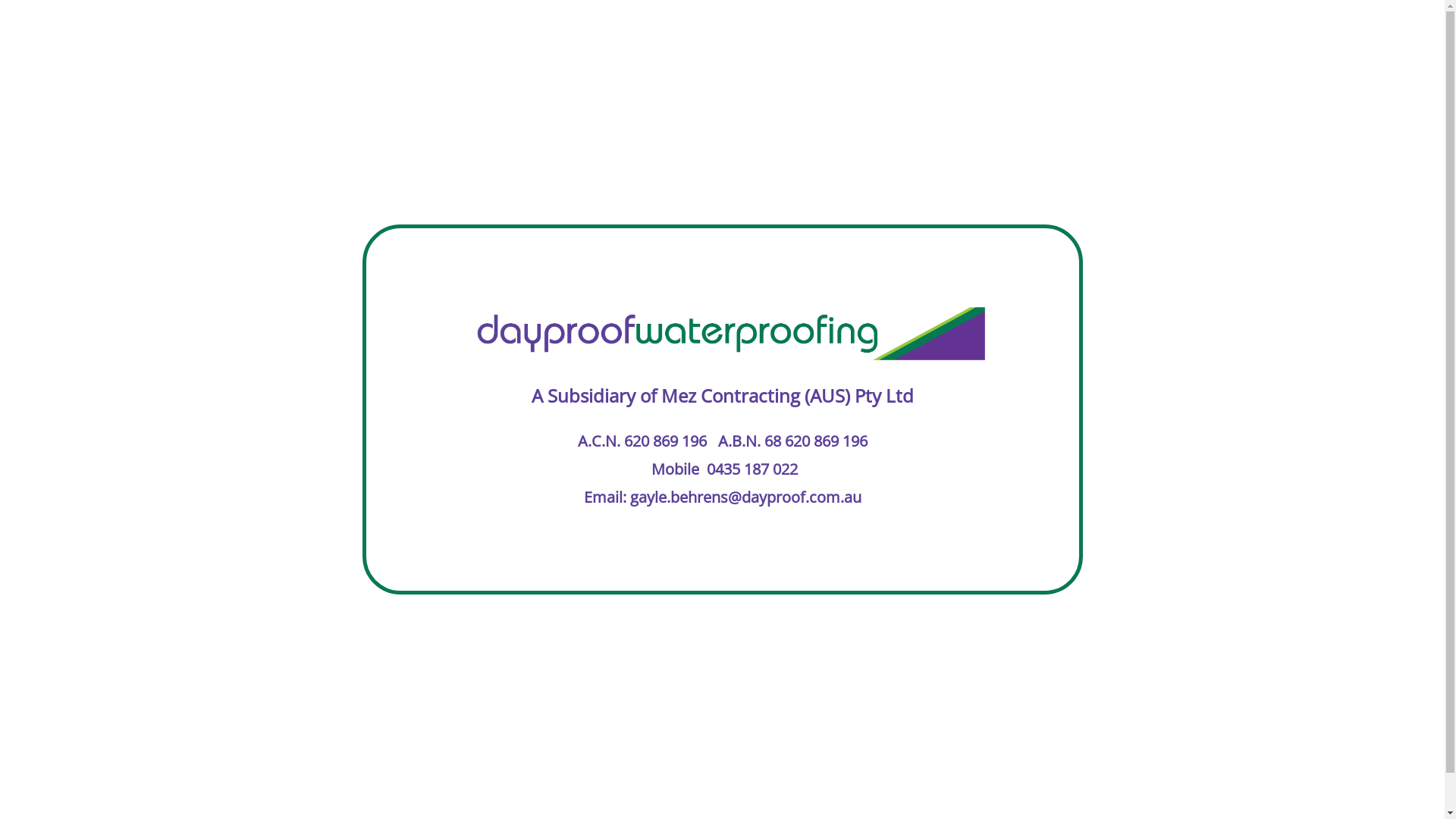 The width and height of the screenshot is (1456, 819). What do you see at coordinates (745, 497) in the screenshot?
I see `'gayle.behrens@dayproof.com.au'` at bounding box center [745, 497].